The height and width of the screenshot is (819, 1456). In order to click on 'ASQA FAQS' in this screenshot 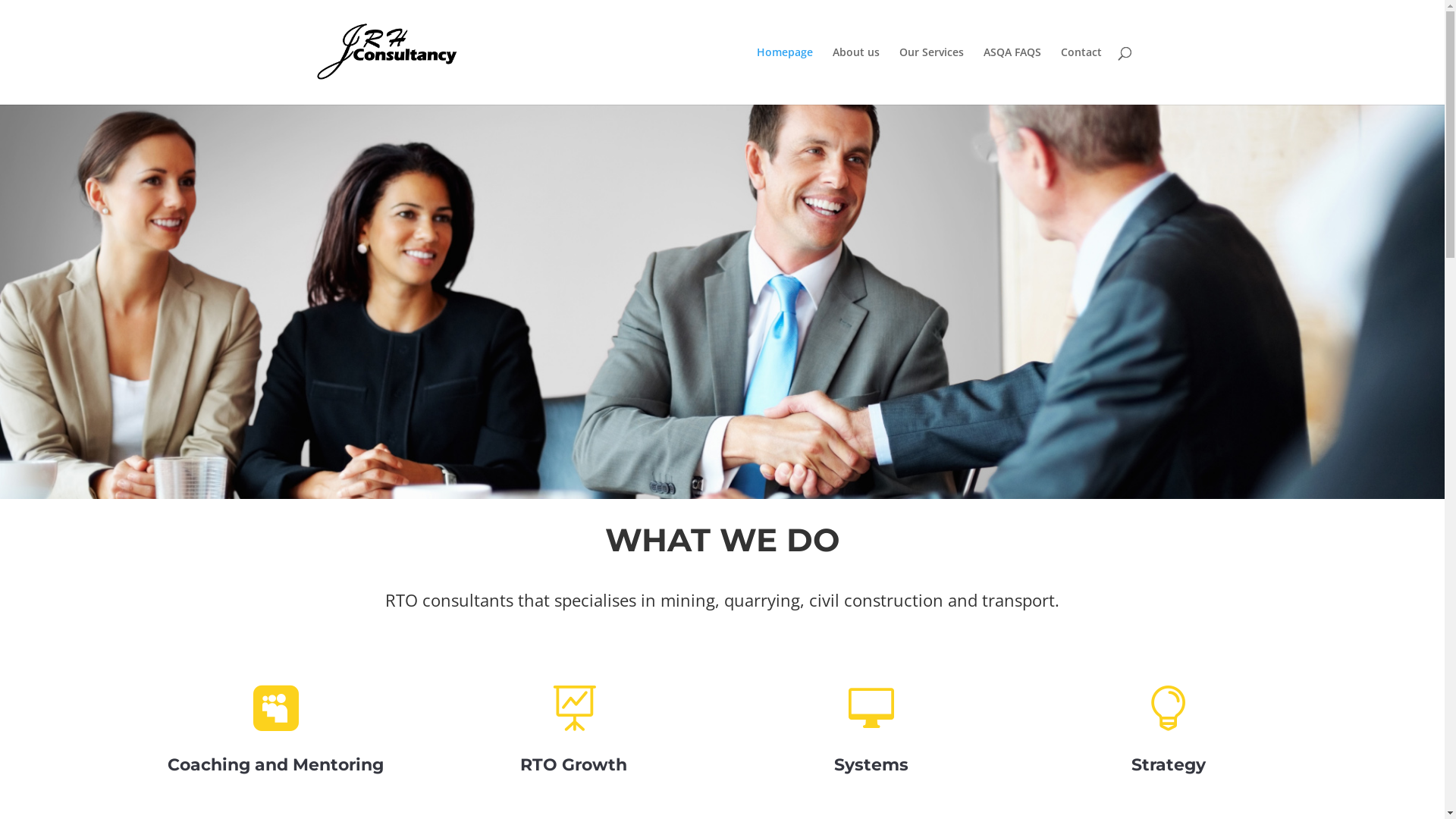, I will do `click(1012, 76)`.